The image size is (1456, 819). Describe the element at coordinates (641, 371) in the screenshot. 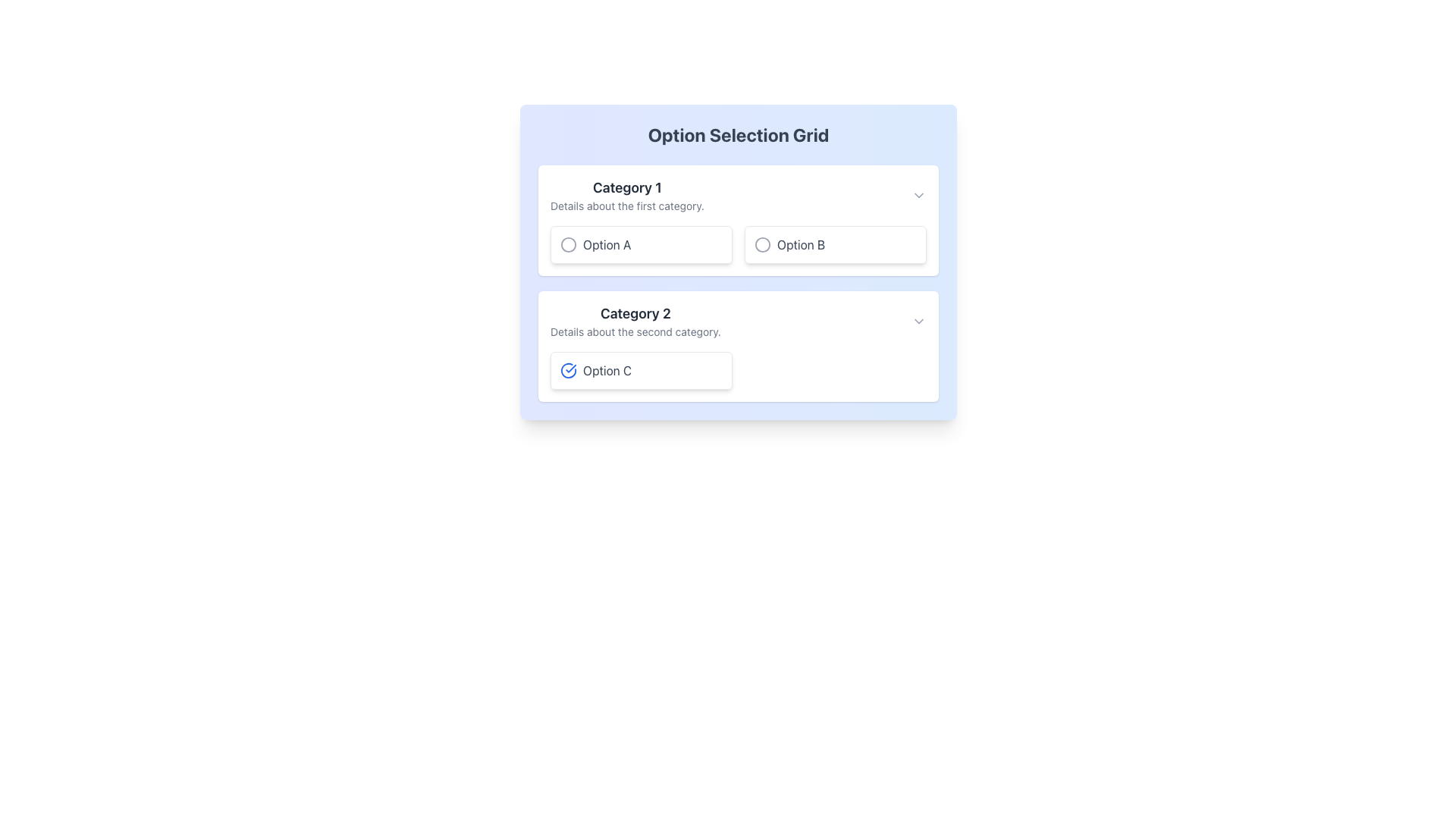

I see `the interactive button for 'Option C' in the 'Category 2' section of the choice grid to trigger hover effects` at that location.